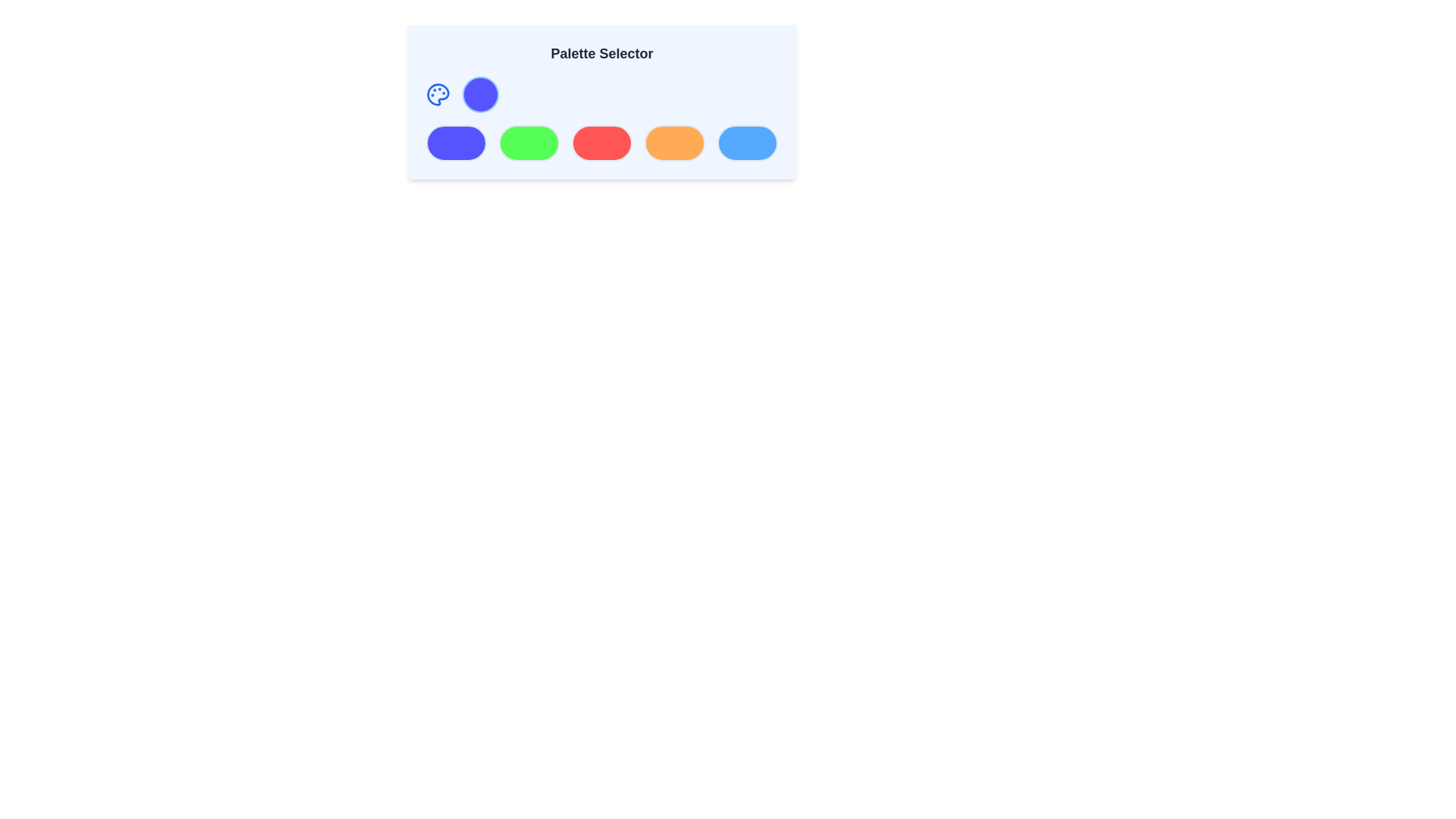  What do you see at coordinates (437, 94) in the screenshot?
I see `the paint palette icon located on the top-left corner of the light blue 'Palette Selector' panel` at bounding box center [437, 94].